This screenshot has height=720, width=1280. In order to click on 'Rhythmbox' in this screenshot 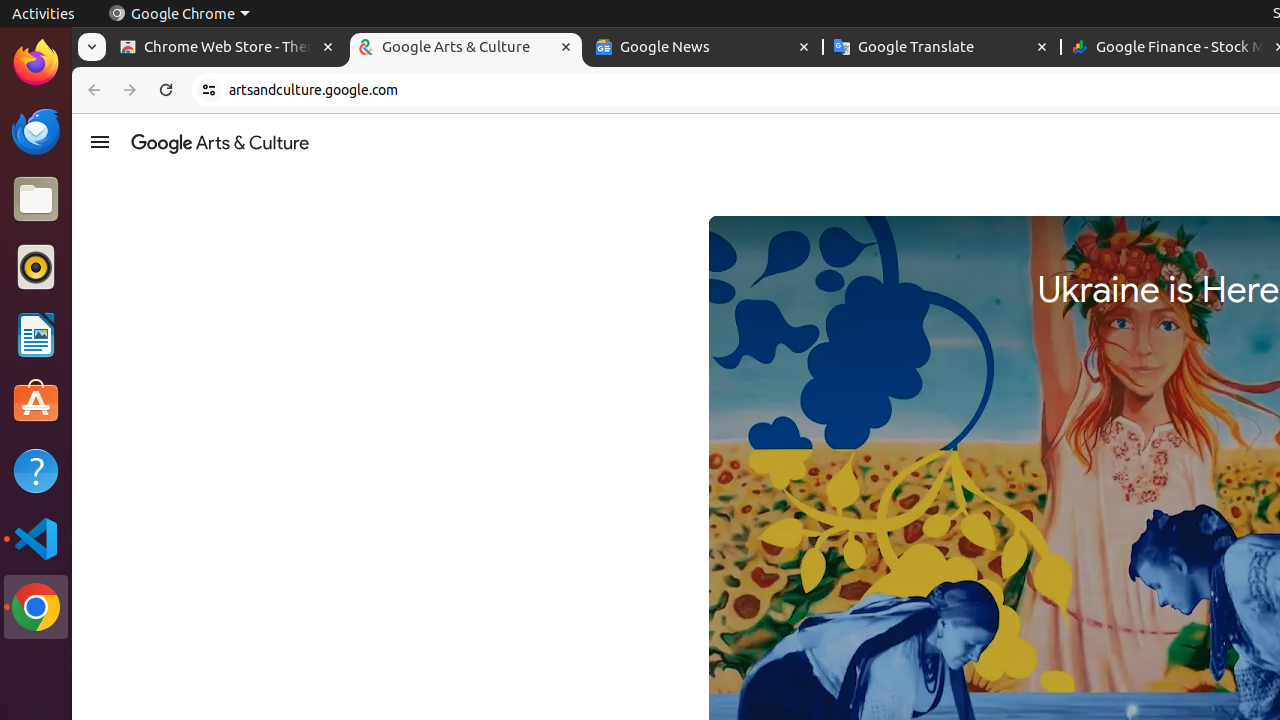, I will do `click(35, 265)`.